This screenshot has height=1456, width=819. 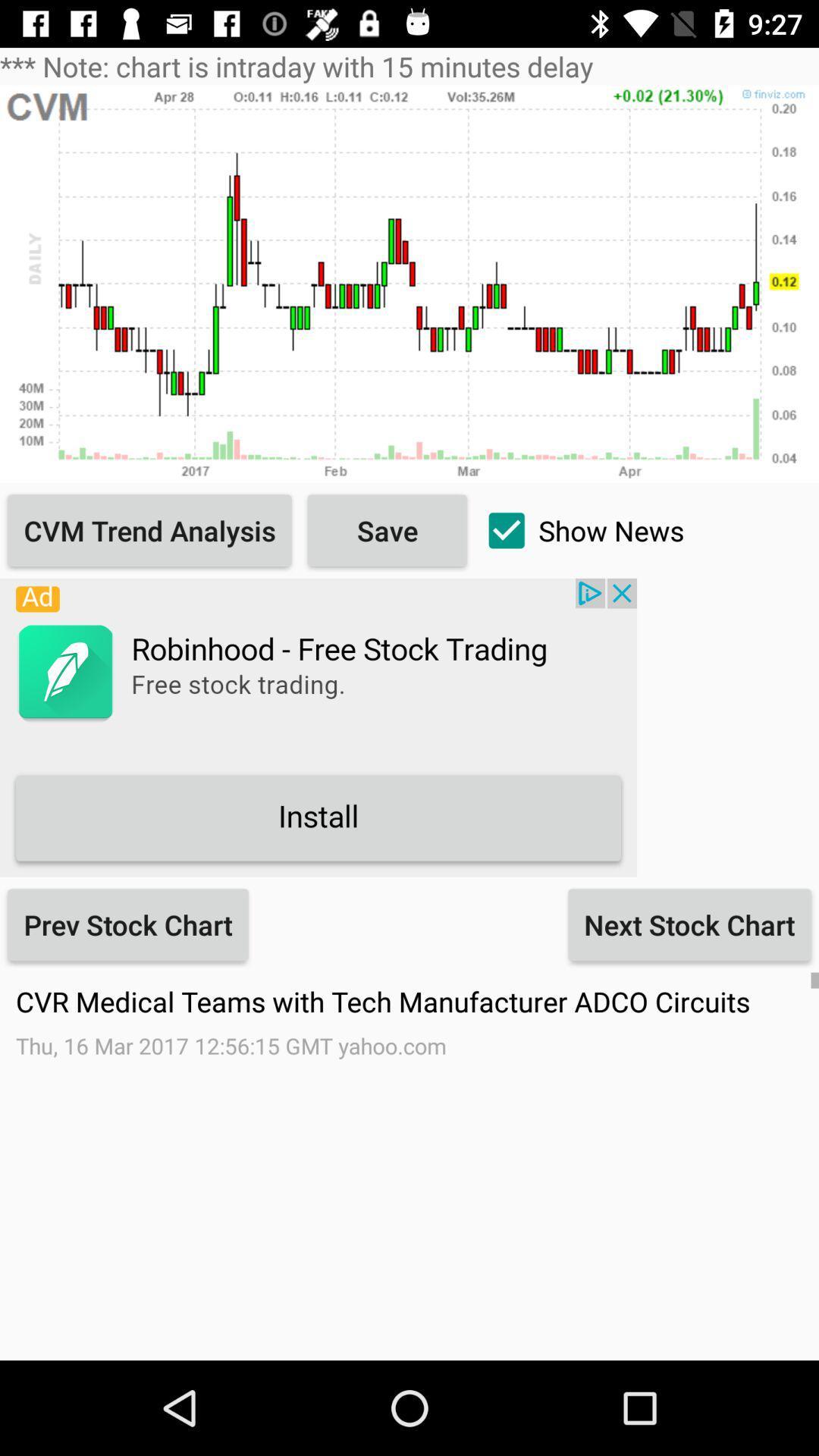 I want to click on install app, so click(x=318, y=726).